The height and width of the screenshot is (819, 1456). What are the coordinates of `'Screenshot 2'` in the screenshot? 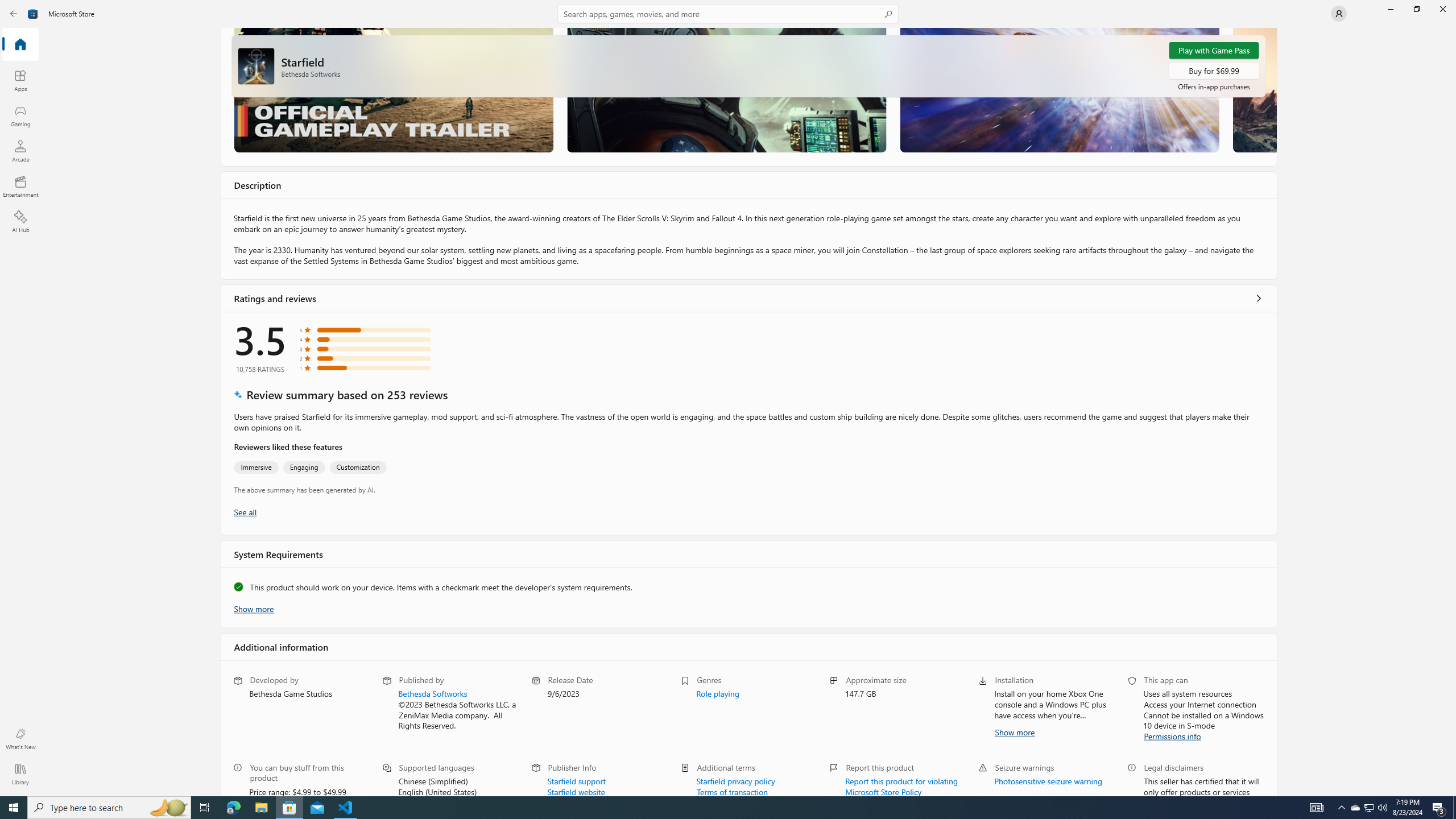 It's located at (725, 89).